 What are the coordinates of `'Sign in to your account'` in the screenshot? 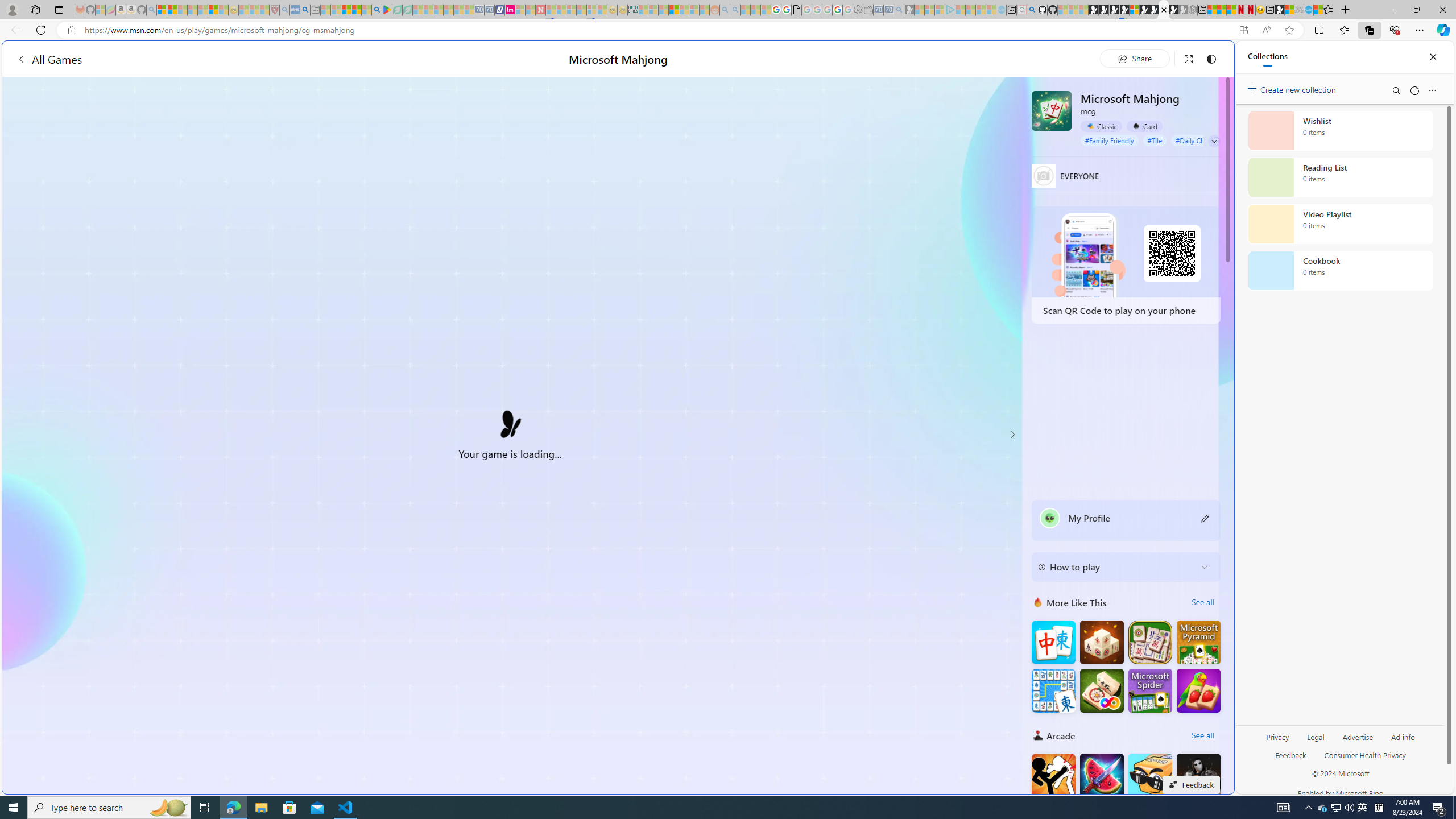 It's located at (1134, 9).